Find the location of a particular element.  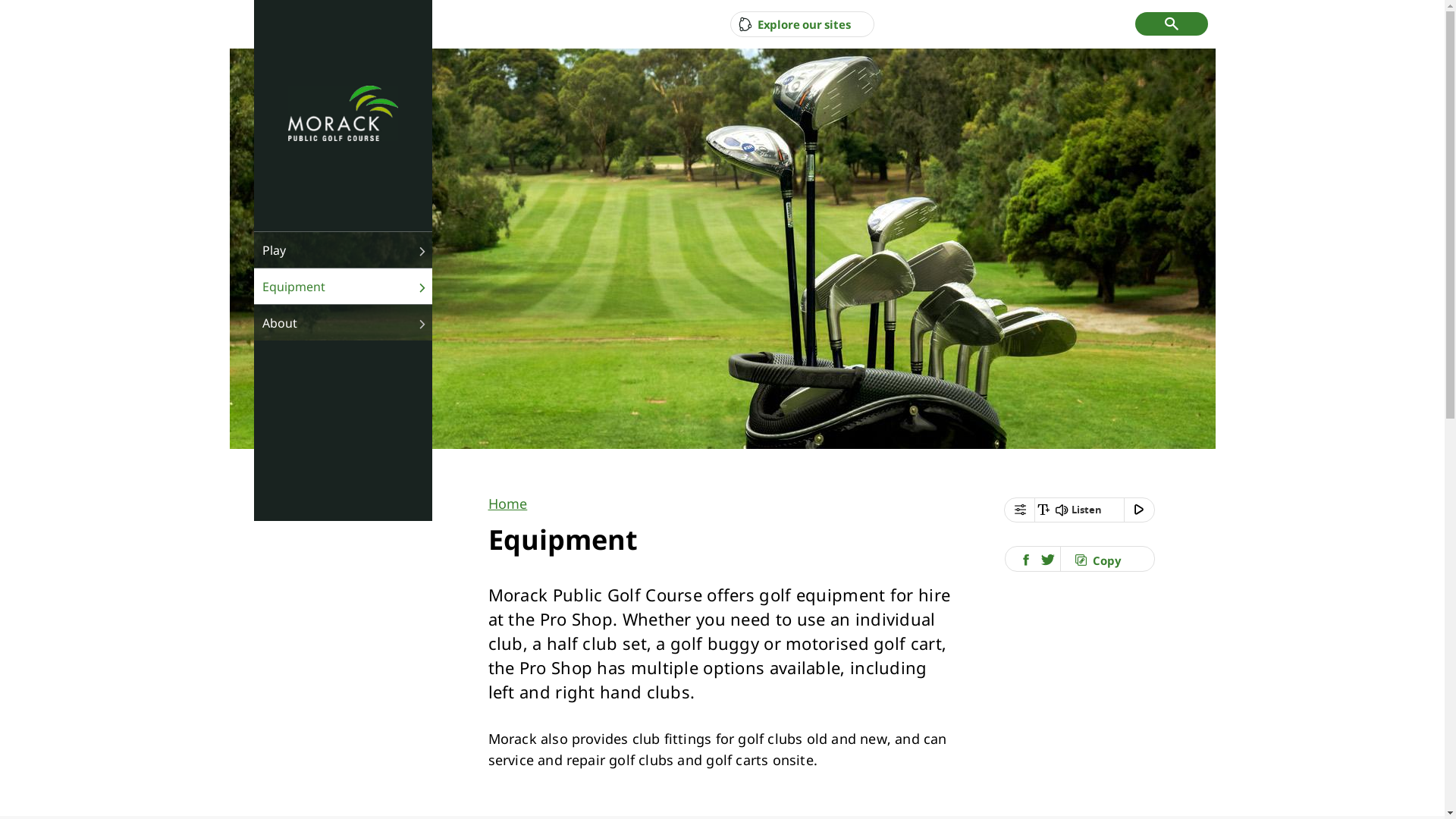

'webReader menu' is located at coordinates (1004, 510).